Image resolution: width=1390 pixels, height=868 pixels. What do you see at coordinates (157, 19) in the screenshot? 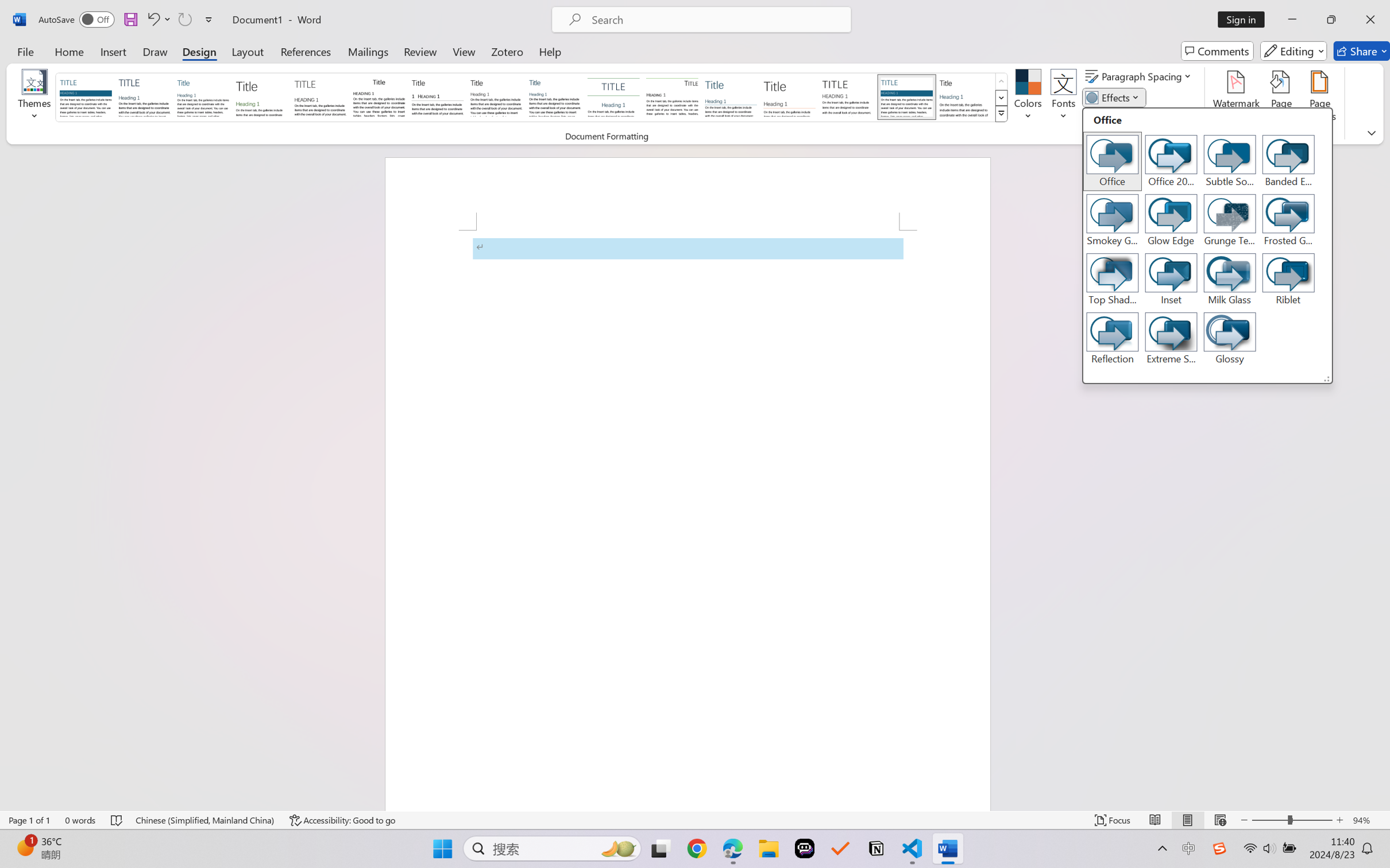
I see `'Undo Apply Quick Style'` at bounding box center [157, 19].